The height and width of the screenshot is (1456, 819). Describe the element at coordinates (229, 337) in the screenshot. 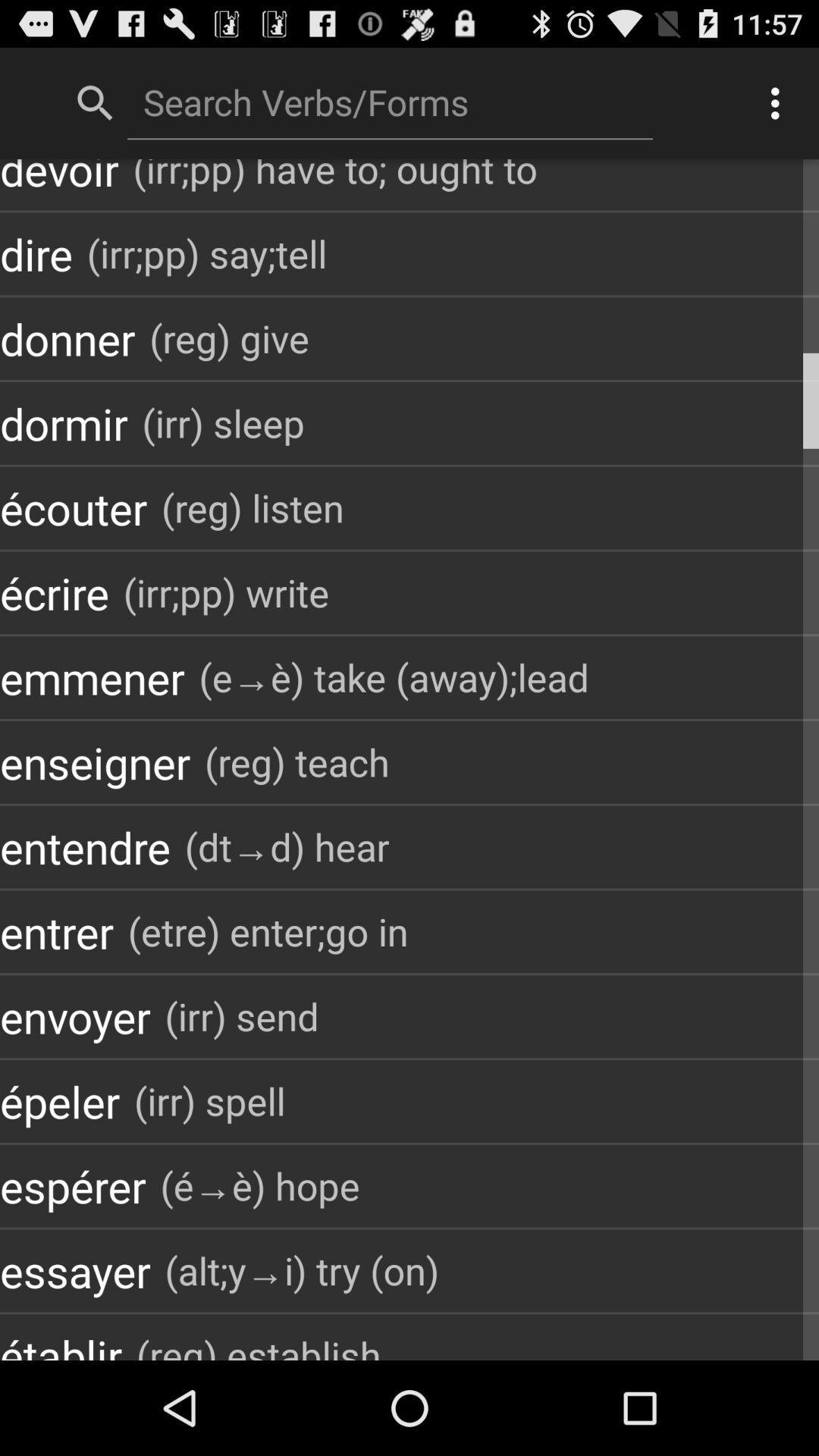

I see `icon to the right of donner item` at that location.